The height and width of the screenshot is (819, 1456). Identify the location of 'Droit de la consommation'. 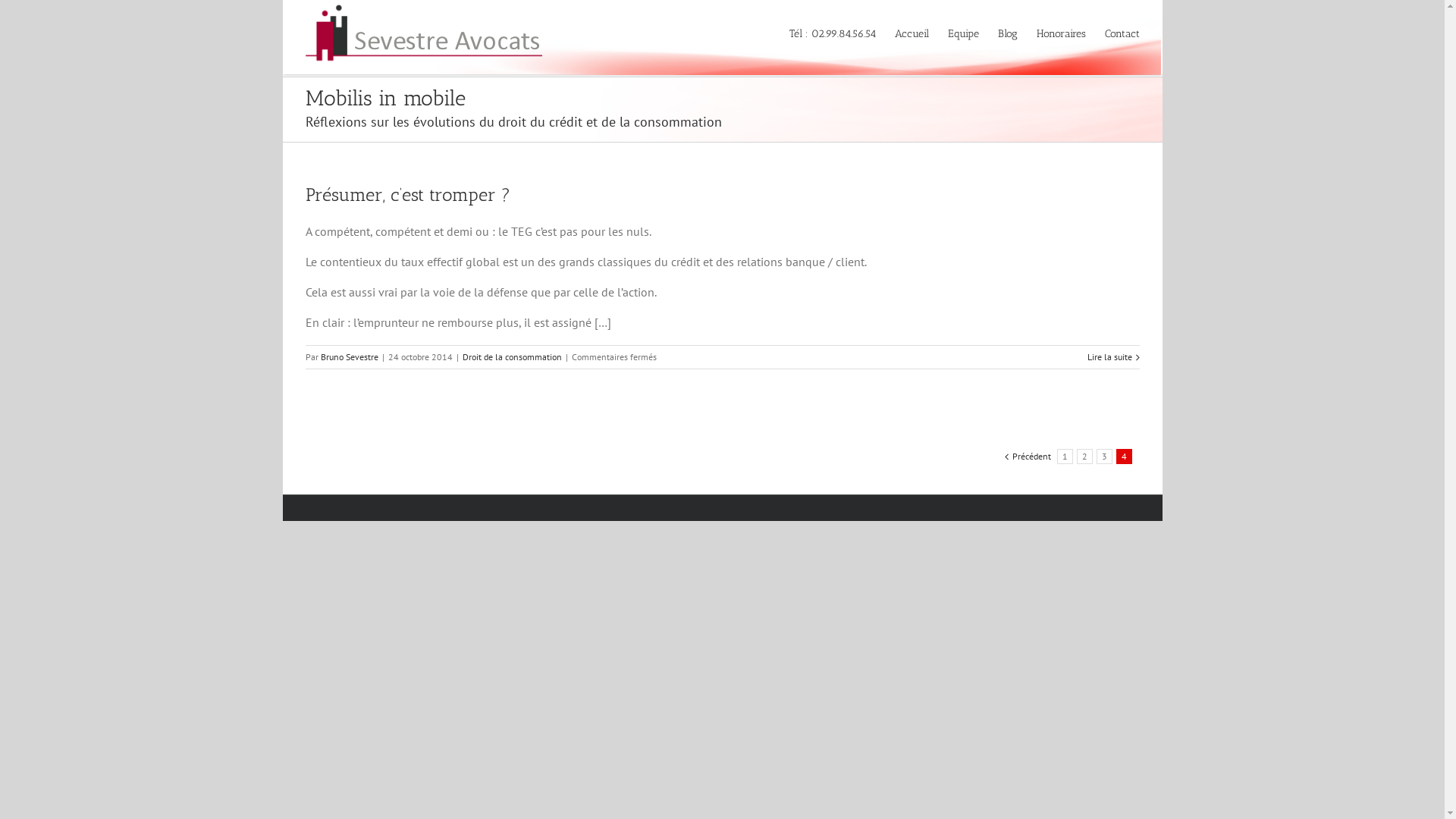
(512, 356).